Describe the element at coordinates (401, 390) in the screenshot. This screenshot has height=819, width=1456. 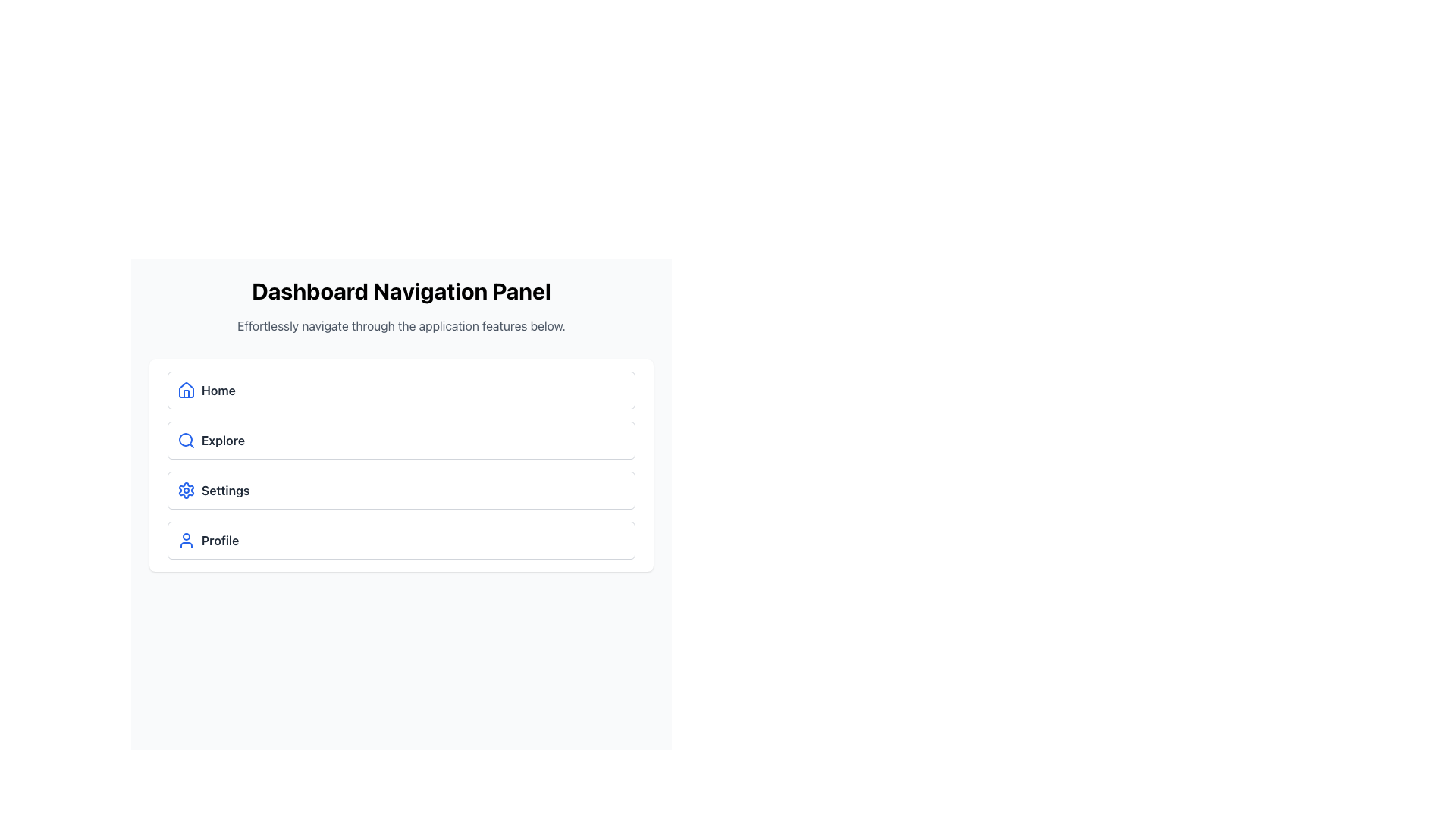
I see `the 'Home' navigation button located in the 'Dashboard Navigation Panel'` at that location.